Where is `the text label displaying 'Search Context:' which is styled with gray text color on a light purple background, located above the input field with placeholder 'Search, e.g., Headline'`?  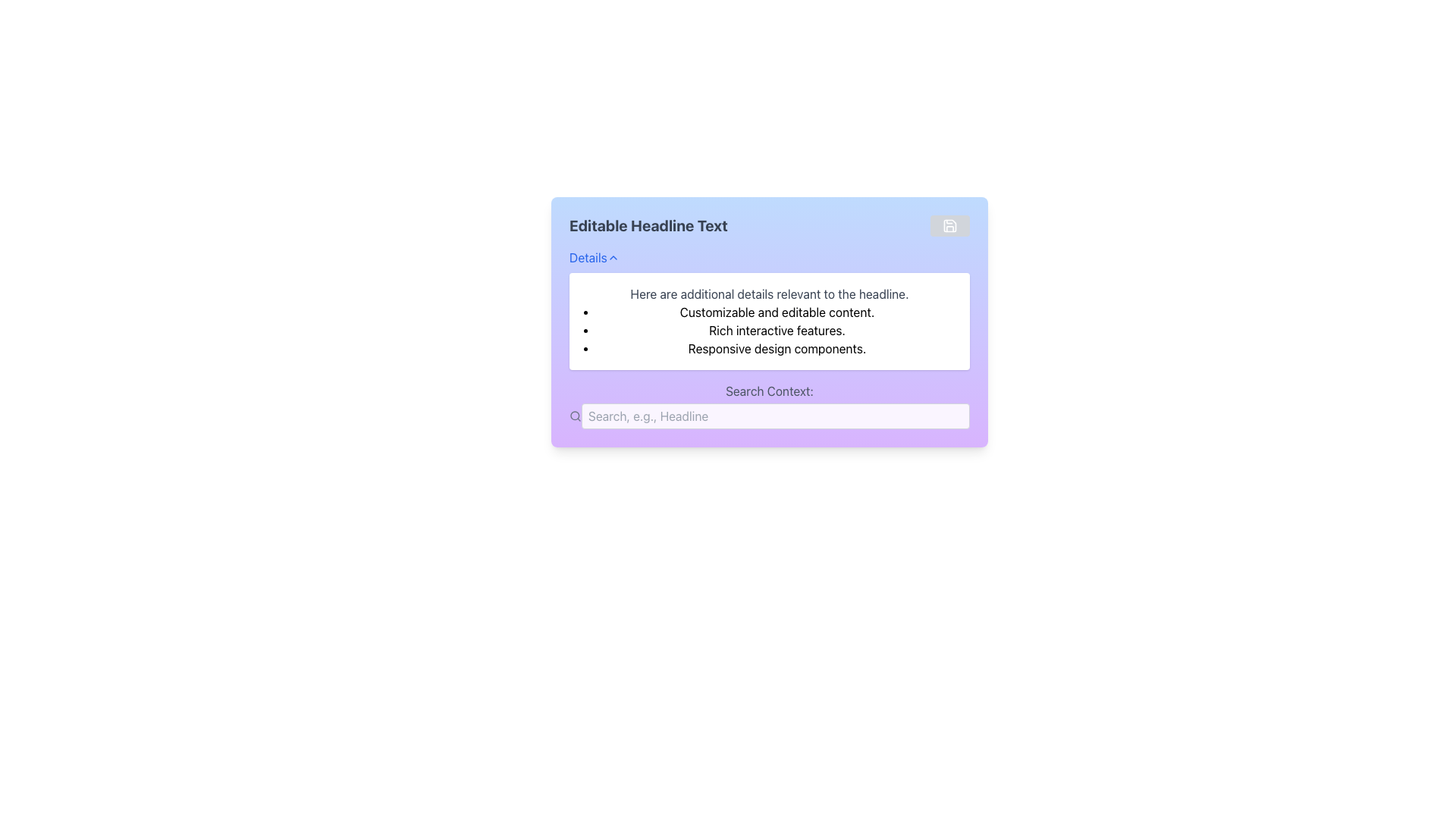 the text label displaying 'Search Context:' which is styled with gray text color on a light purple background, located above the input field with placeholder 'Search, e.g., Headline' is located at coordinates (769, 391).